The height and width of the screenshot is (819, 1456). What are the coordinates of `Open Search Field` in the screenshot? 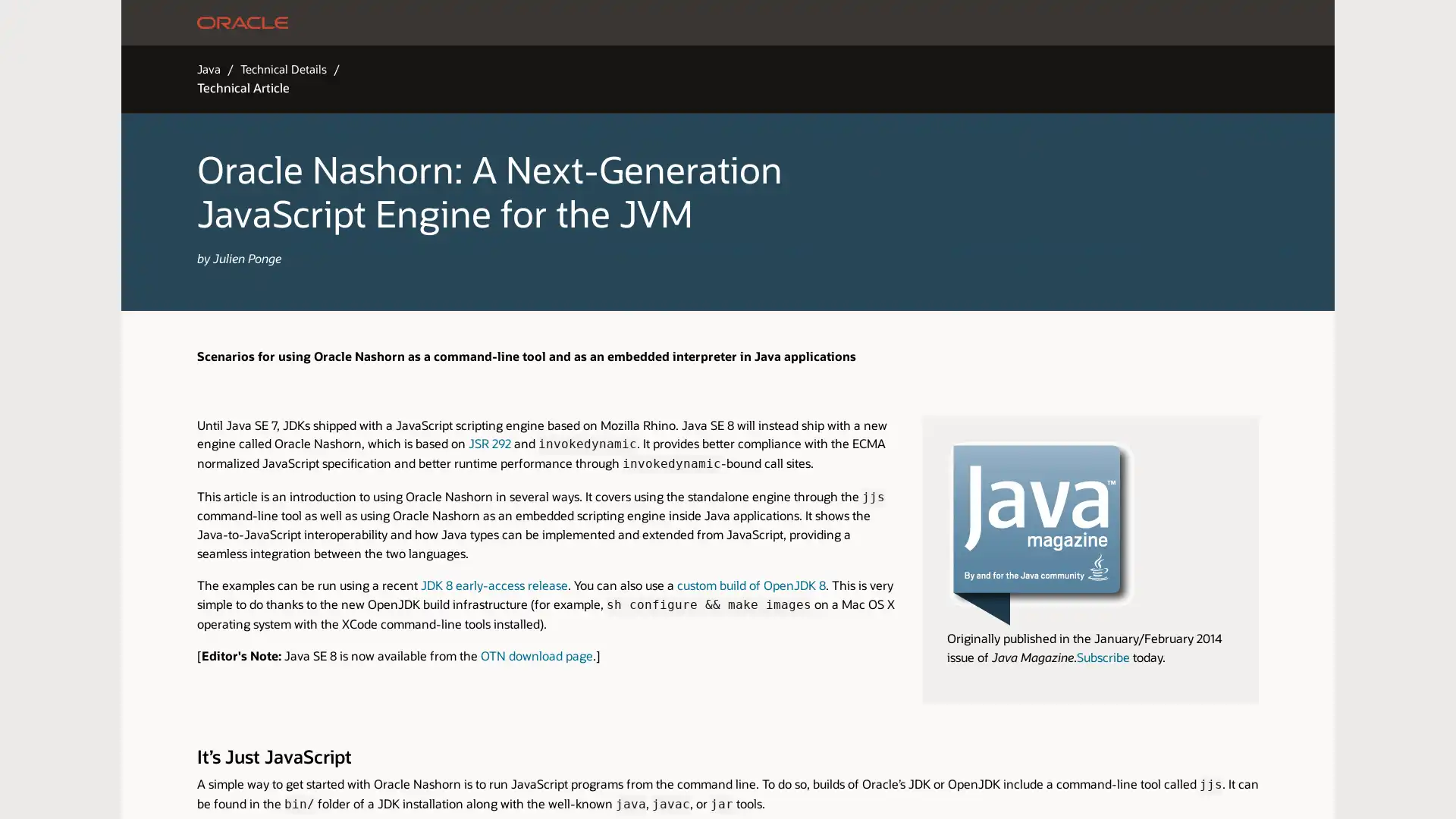 It's located at (990, 23).